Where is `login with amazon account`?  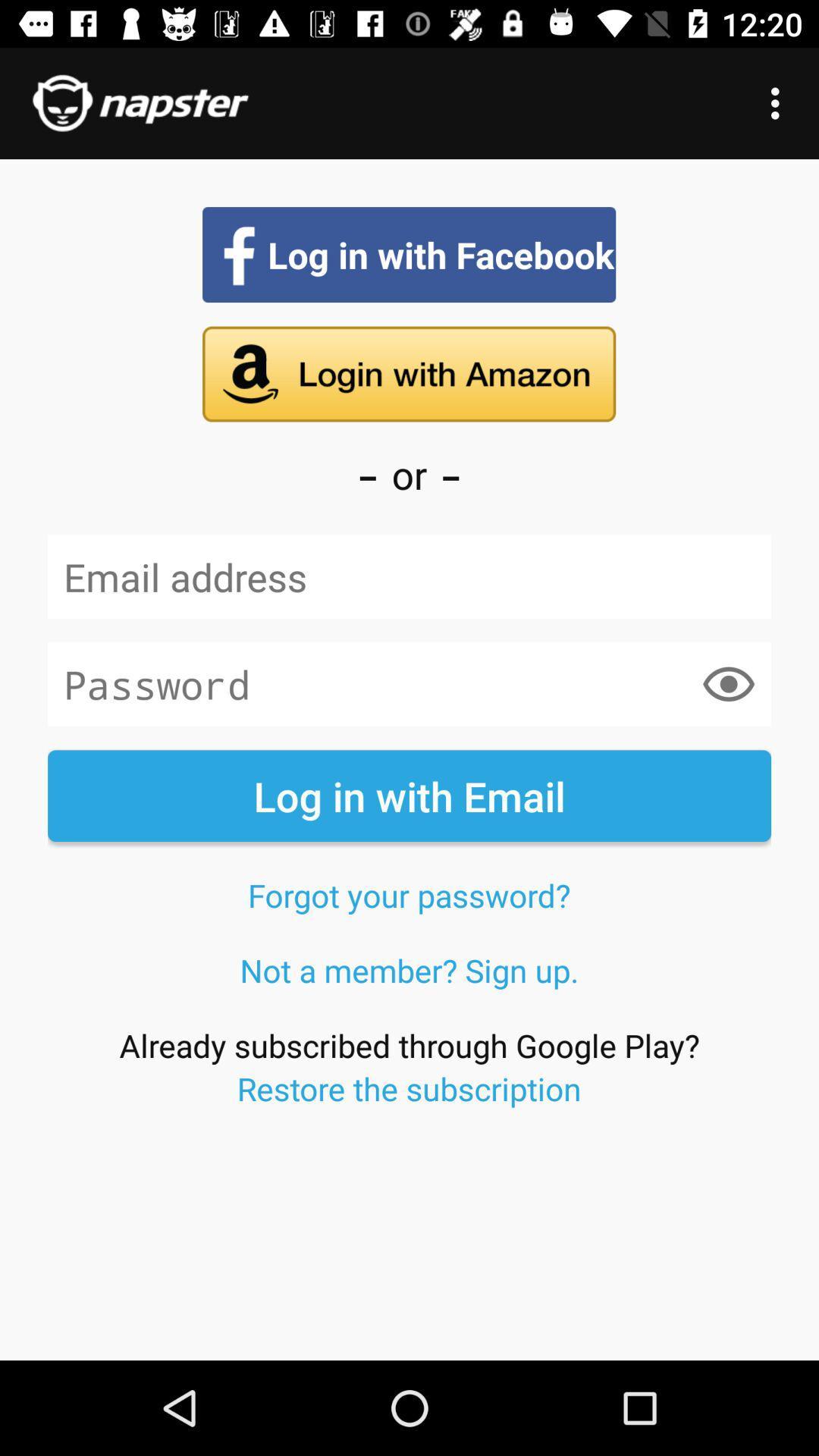 login with amazon account is located at coordinates (408, 374).